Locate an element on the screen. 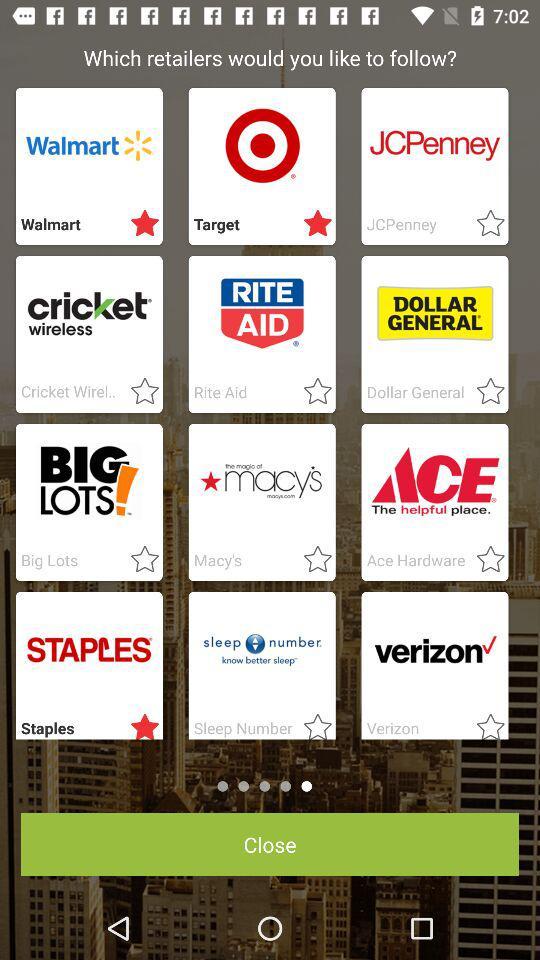 This screenshot has height=960, width=540. to favorites is located at coordinates (483, 722).